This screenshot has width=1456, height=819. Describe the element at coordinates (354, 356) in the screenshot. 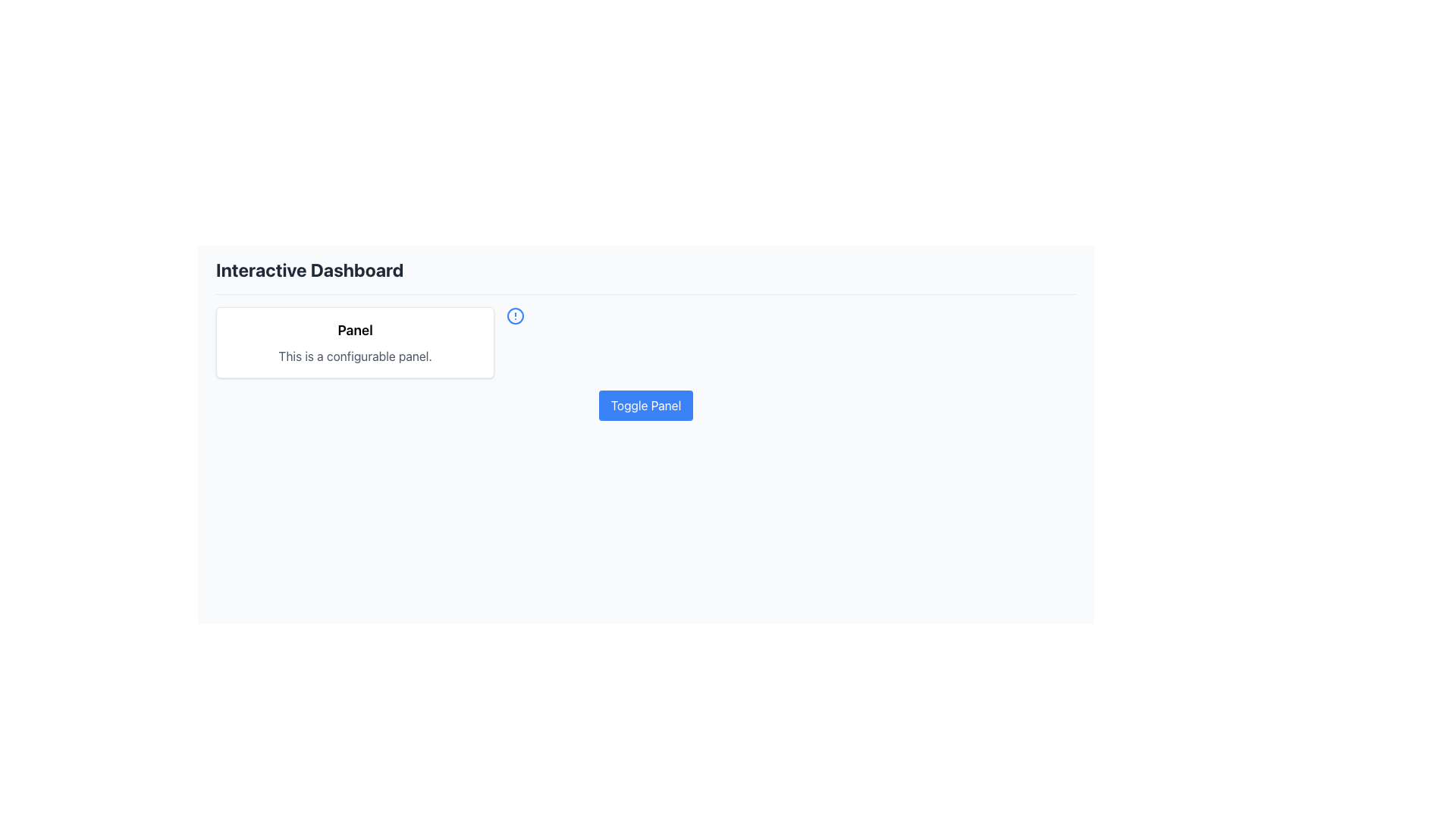

I see `the text label that reads 'This is a configurable panel.' located beneath the title 'Panel' in a bordered, shadowed panel` at that location.